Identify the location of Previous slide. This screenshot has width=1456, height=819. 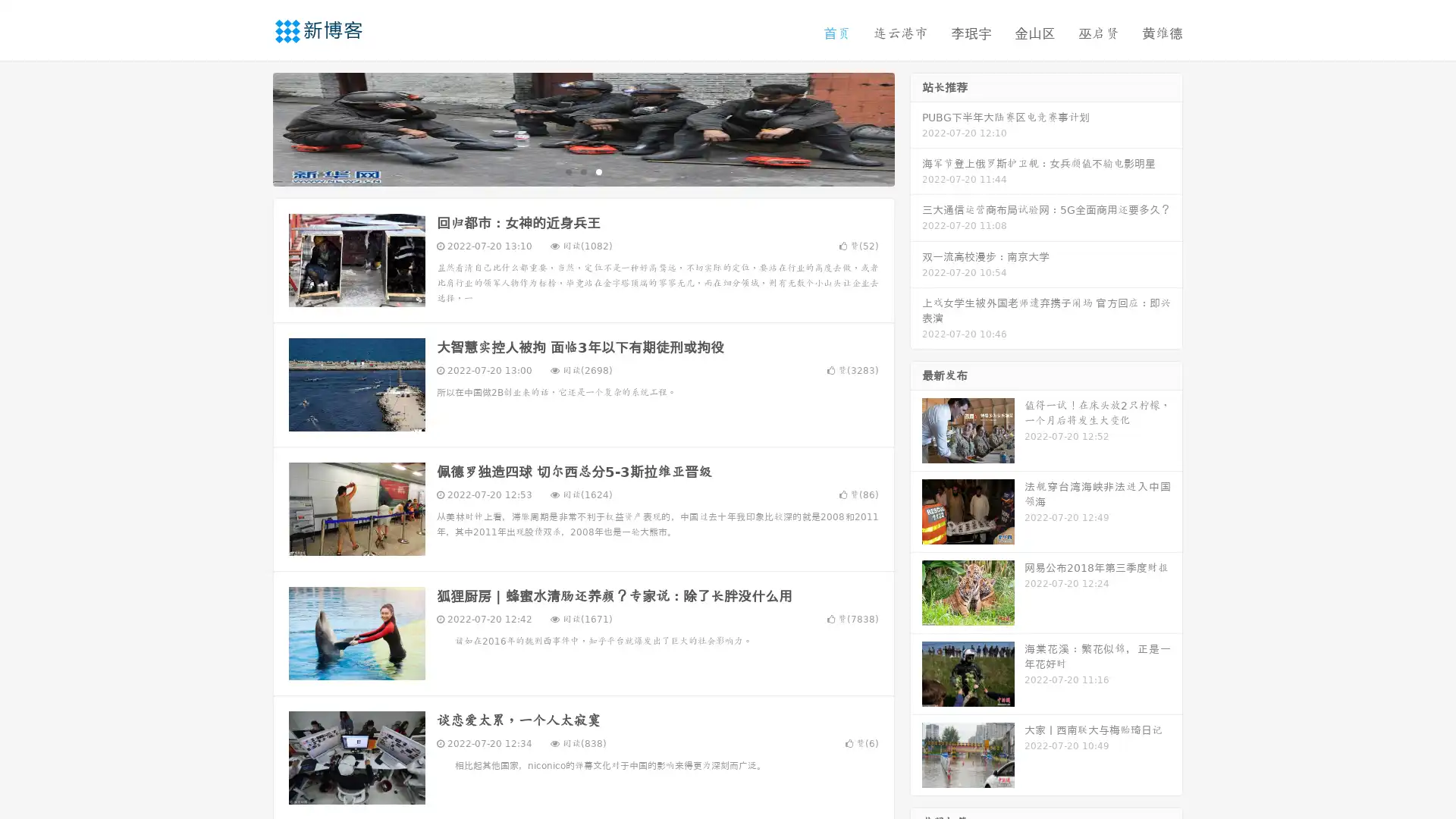
(250, 127).